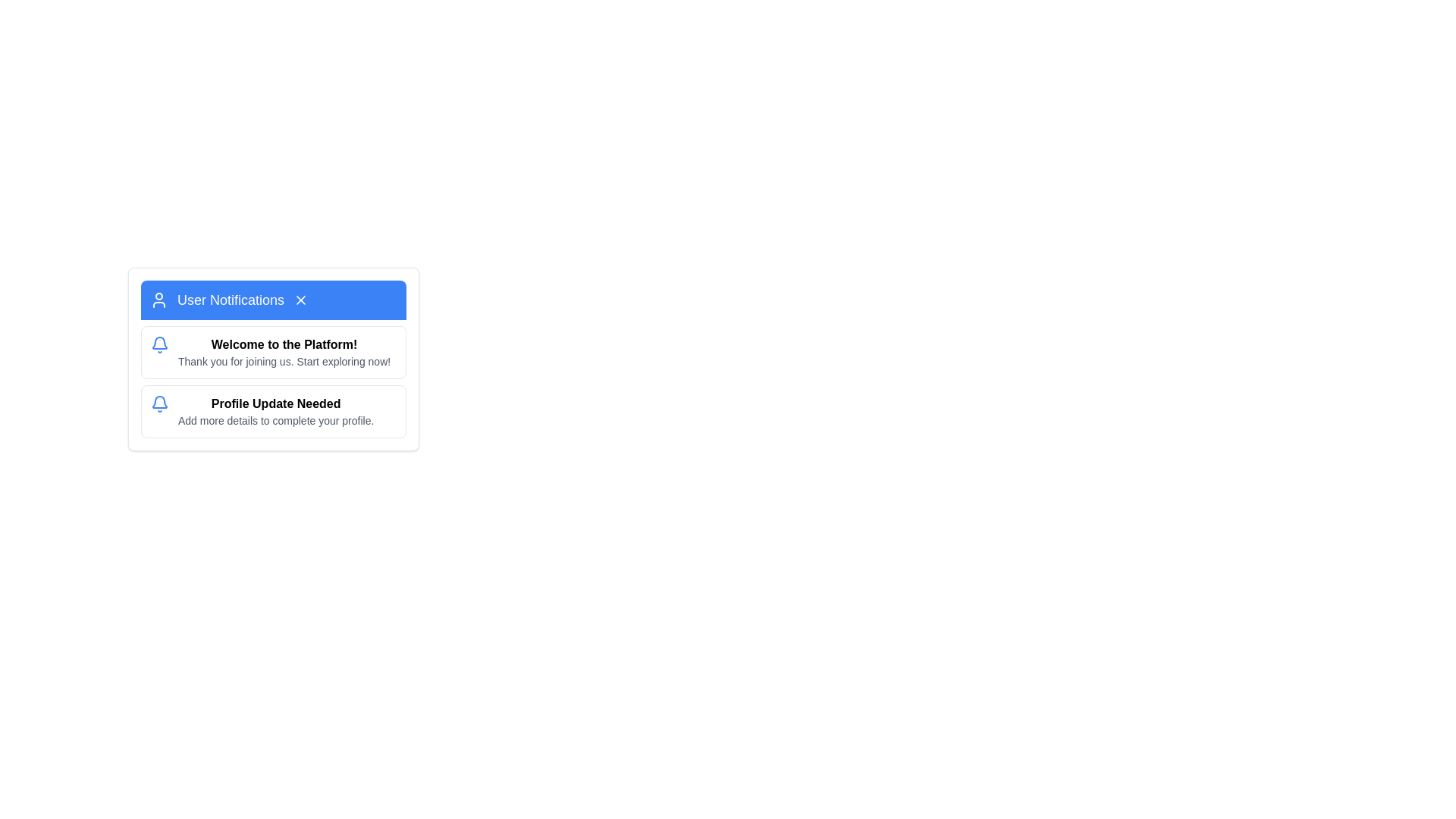 This screenshot has height=819, width=1456. What do you see at coordinates (301, 300) in the screenshot?
I see `the small button with an 'X' icon in white color located at the rightmost end of the blue header labeled 'User Notifications'` at bounding box center [301, 300].